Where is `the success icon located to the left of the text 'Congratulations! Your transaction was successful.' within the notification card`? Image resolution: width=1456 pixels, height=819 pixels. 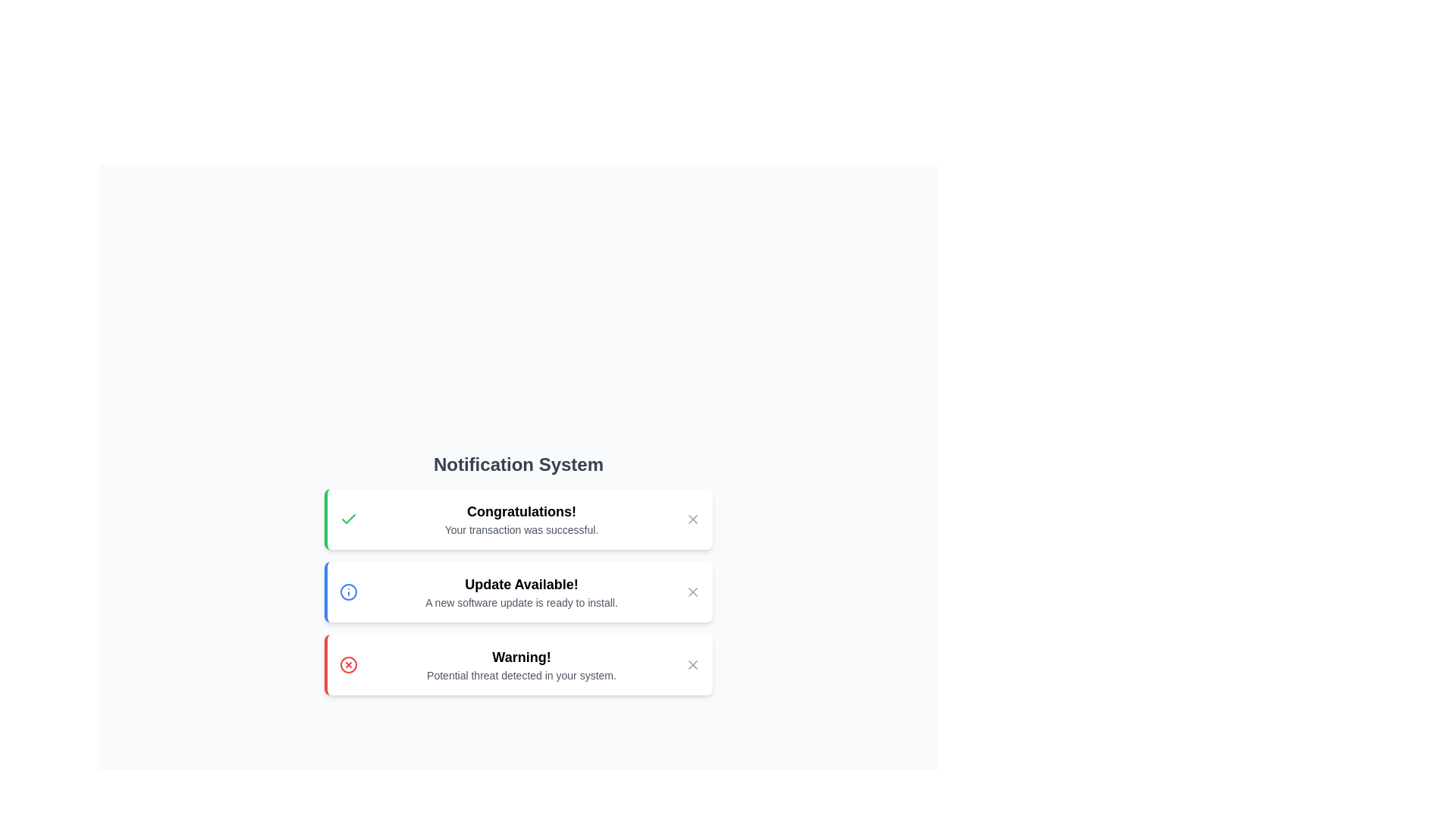 the success icon located to the left of the text 'Congratulations! Your transaction was successful.' within the notification card is located at coordinates (348, 519).